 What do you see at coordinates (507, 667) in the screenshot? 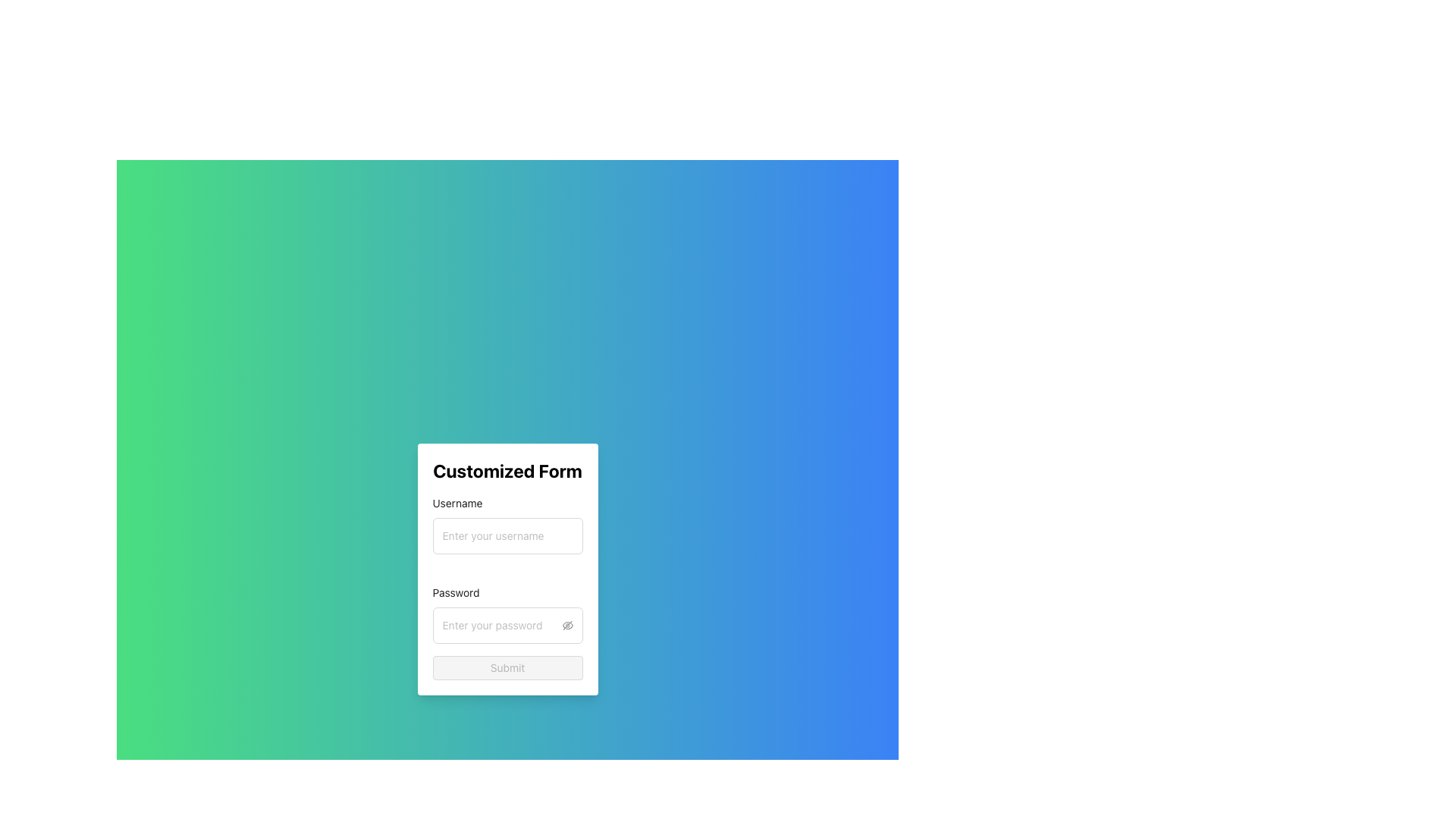
I see `the 'Submit' button with a blue background and white text located at the bottom of the form` at bounding box center [507, 667].